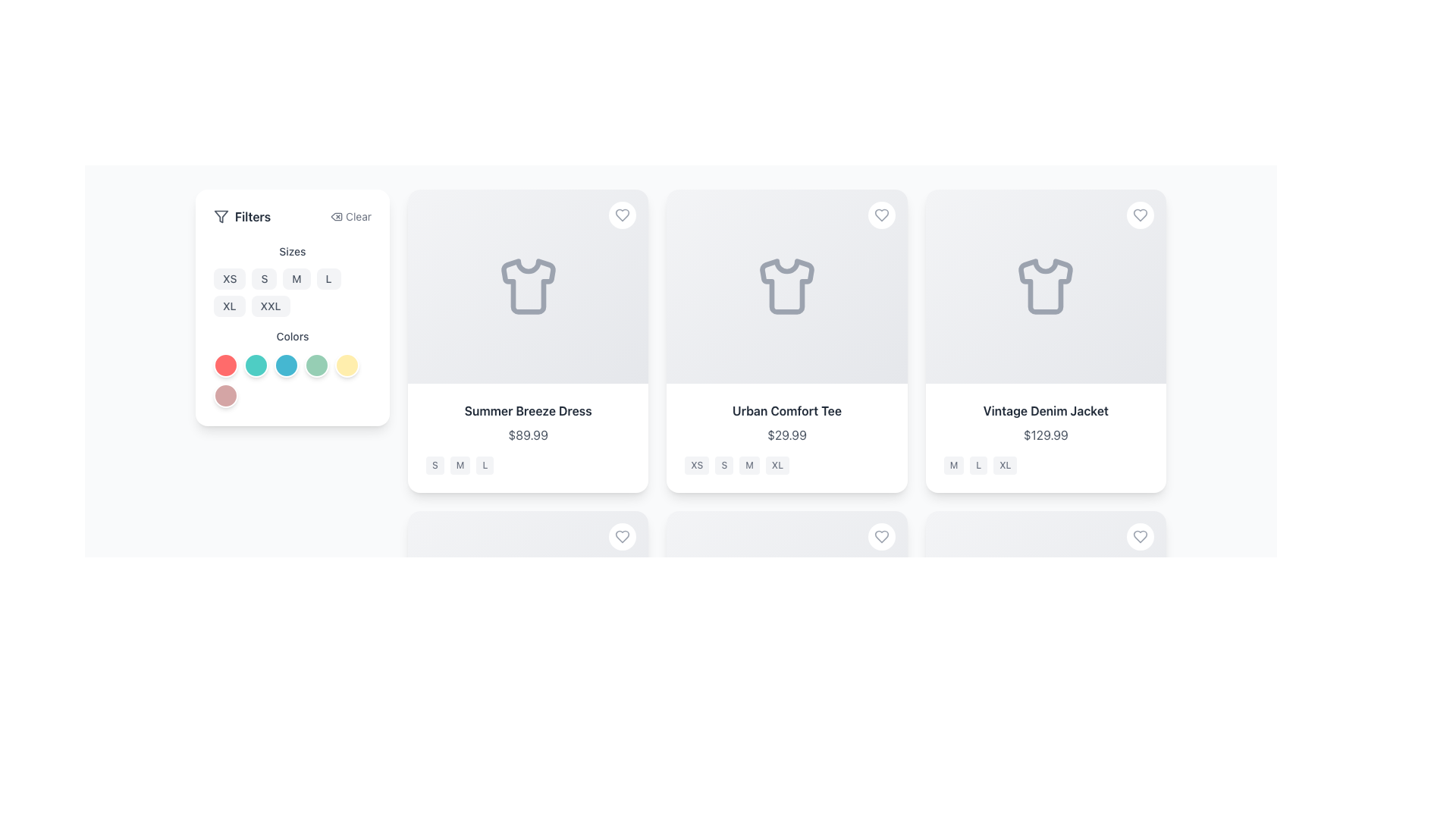  Describe the element at coordinates (328, 278) in the screenshot. I see `the 'L' size button, which is the fourth button from the left` at that location.